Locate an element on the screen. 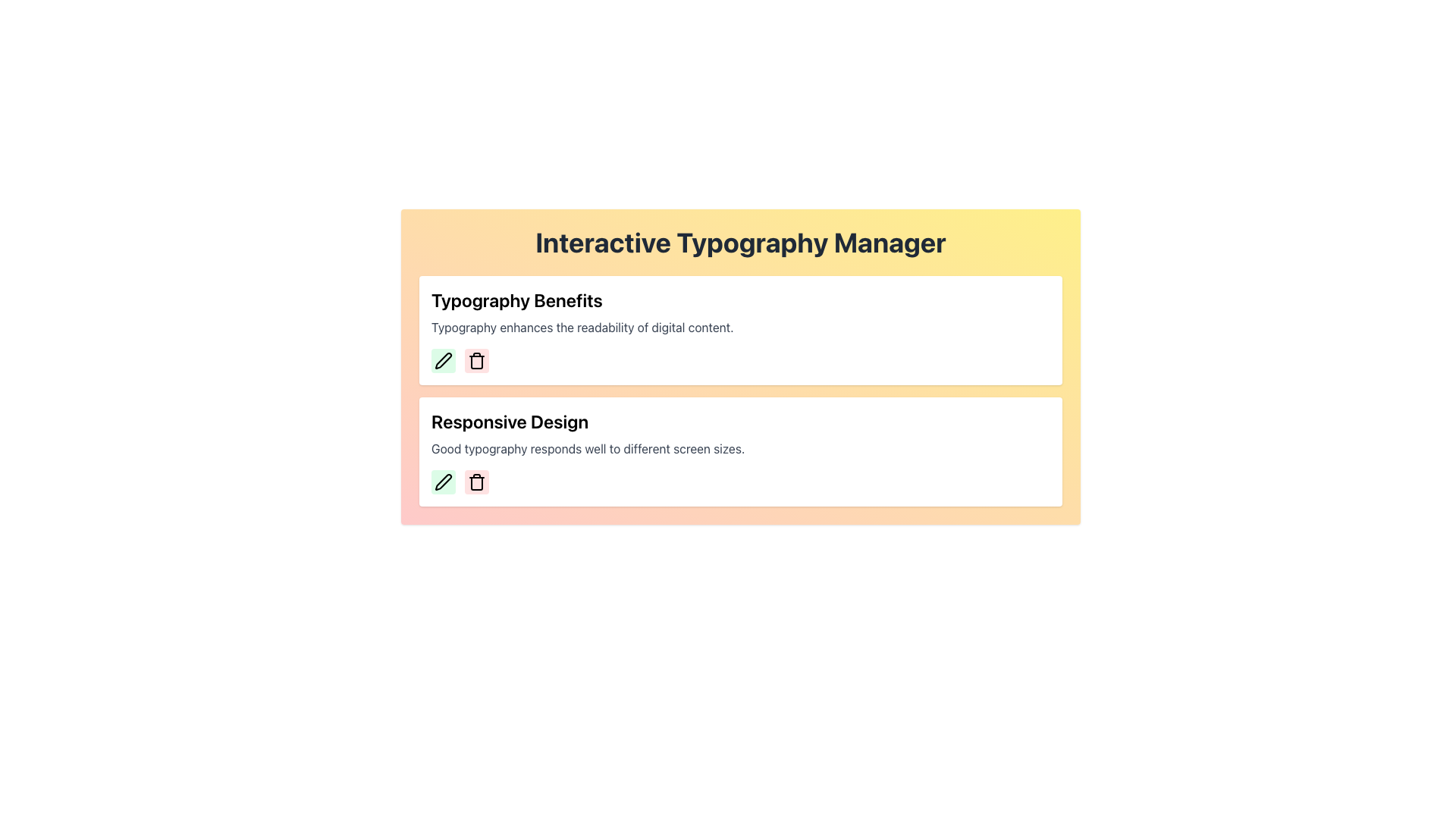 This screenshot has height=819, width=1456. the pen icon located adjacent to the 'Responsive Design' text is located at coordinates (443, 360).